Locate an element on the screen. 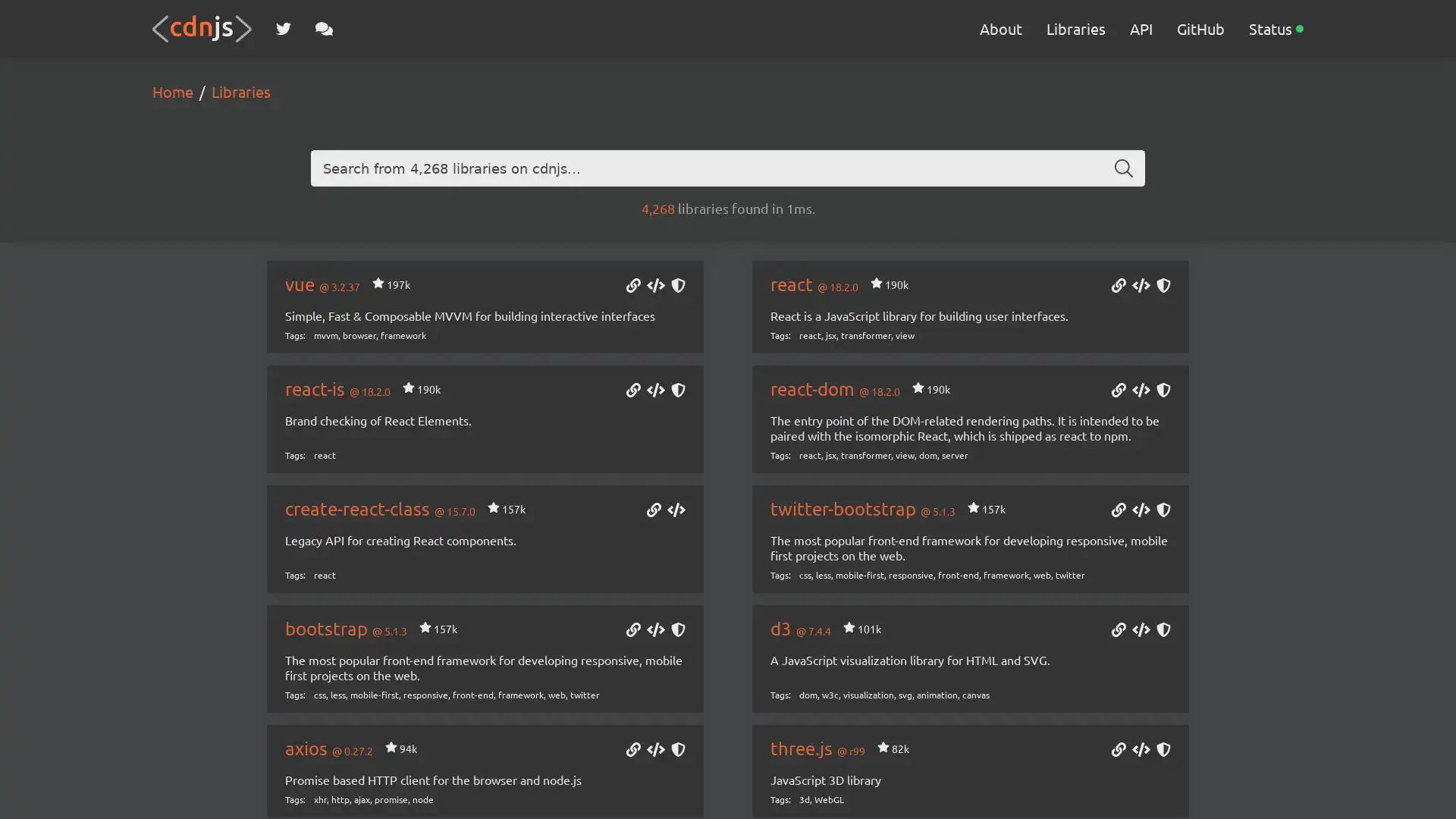 The image size is (1456, 819). Copy SRI Hash is located at coordinates (1163, 287).